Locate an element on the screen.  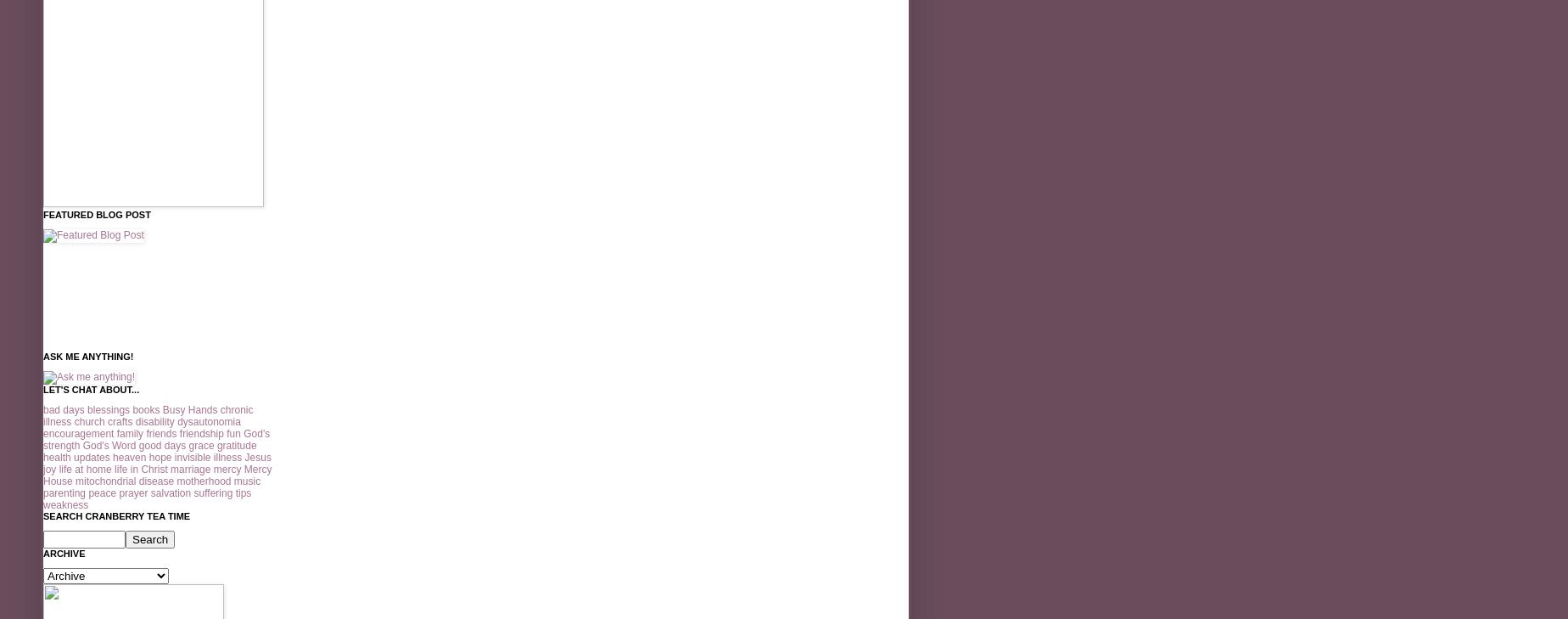
'encouragement' is located at coordinates (43, 434).